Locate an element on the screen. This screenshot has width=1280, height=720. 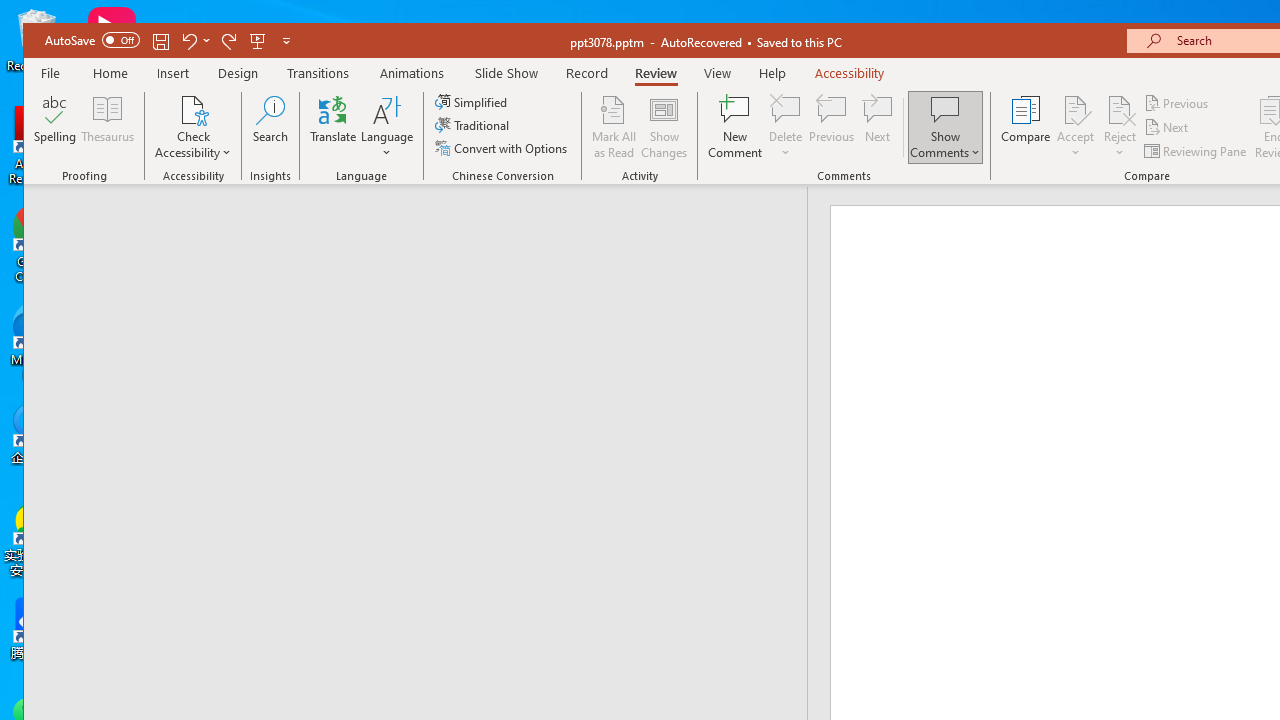
'Translate' is located at coordinates (333, 127).